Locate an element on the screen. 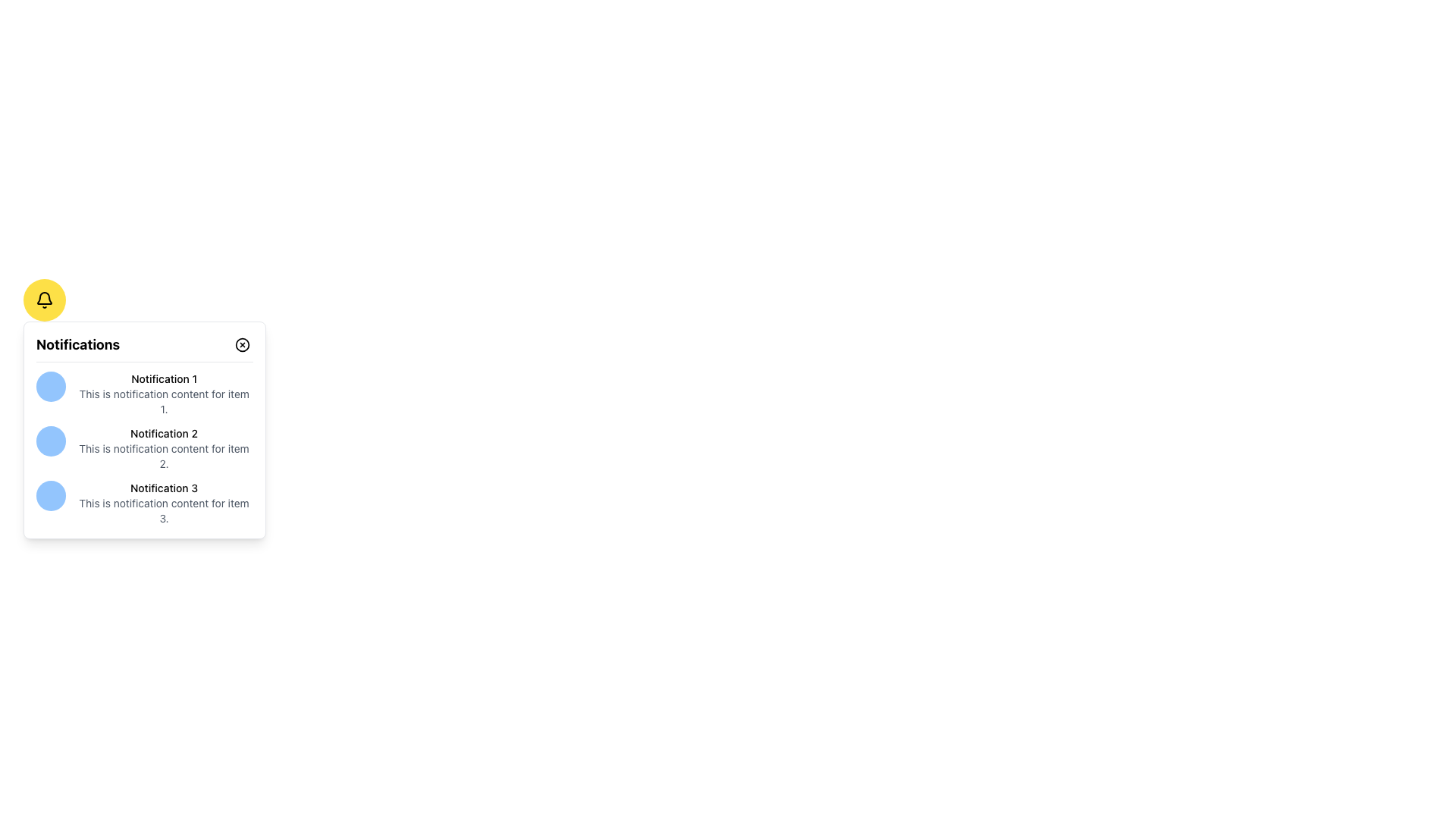  the third notification entry in the notification panel, which includes a circular blue icon and the text 'Notification 3' with its description is located at coordinates (145, 503).